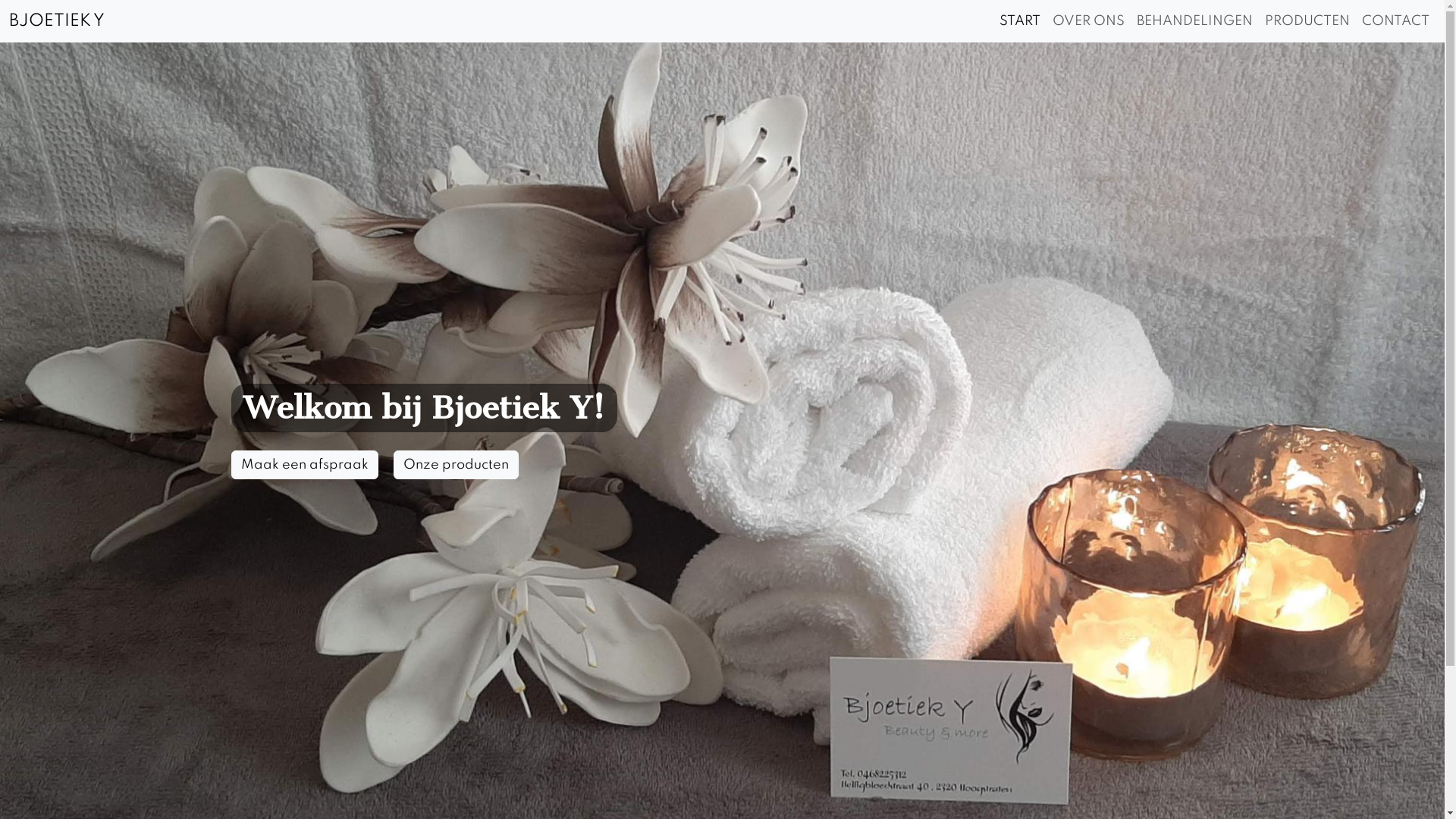  I want to click on 'Maak een afspraak', so click(303, 464).